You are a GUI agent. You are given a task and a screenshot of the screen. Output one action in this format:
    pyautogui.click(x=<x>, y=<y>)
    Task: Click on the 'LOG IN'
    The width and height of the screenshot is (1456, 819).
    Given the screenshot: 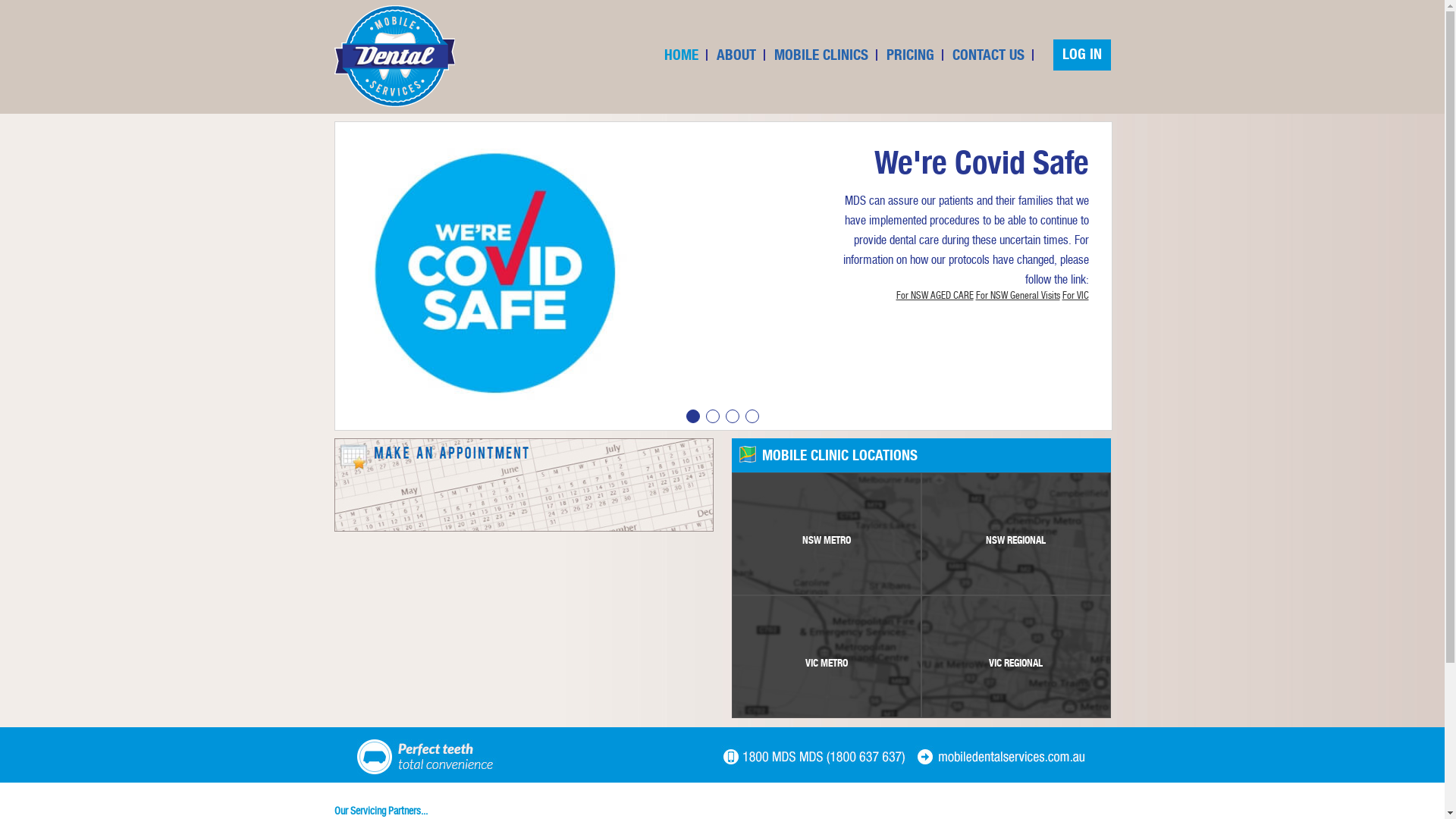 What is the action you would take?
    pyautogui.click(x=1080, y=54)
    